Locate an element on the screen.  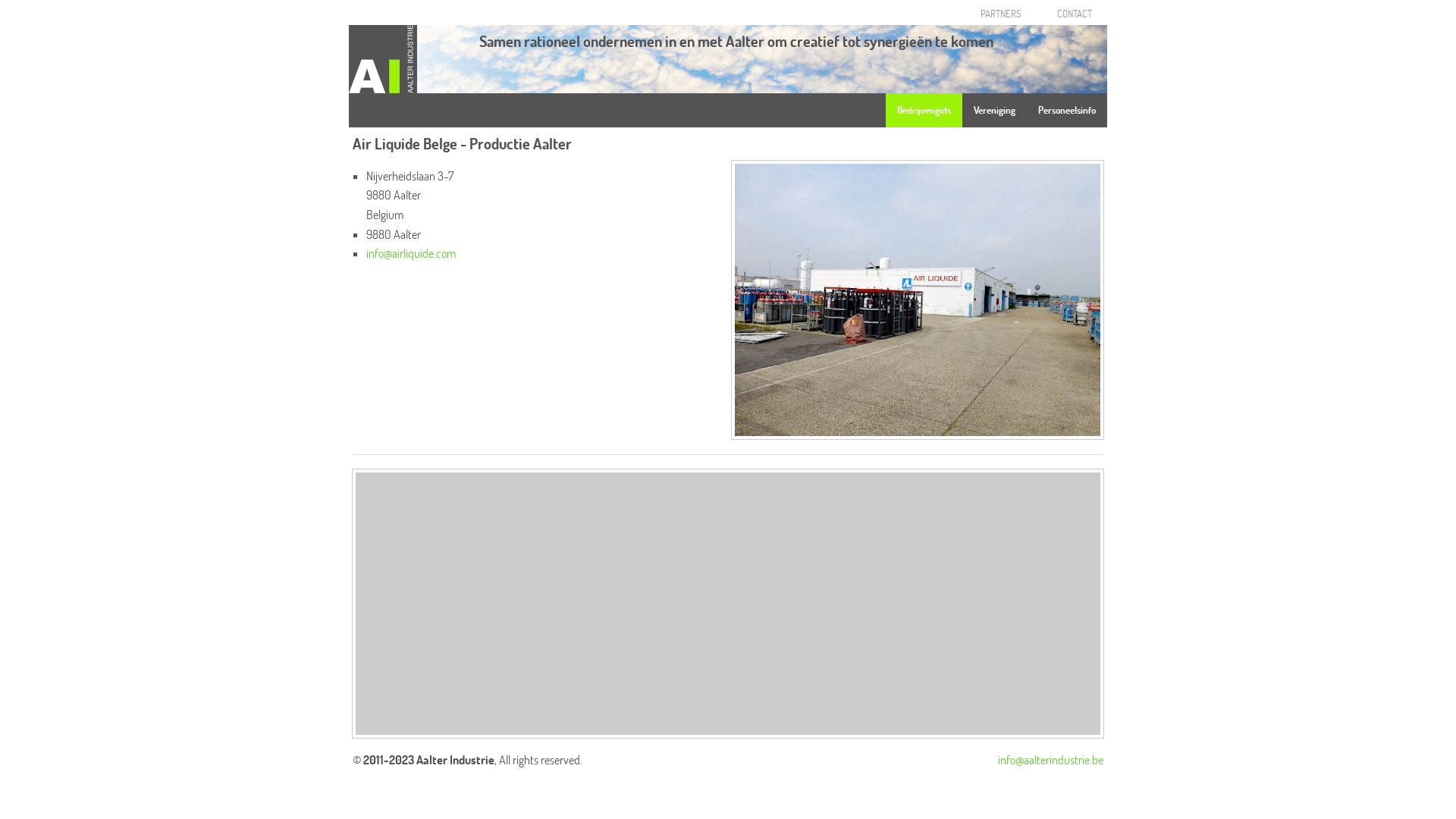
'Vereniging' is located at coordinates (994, 109).